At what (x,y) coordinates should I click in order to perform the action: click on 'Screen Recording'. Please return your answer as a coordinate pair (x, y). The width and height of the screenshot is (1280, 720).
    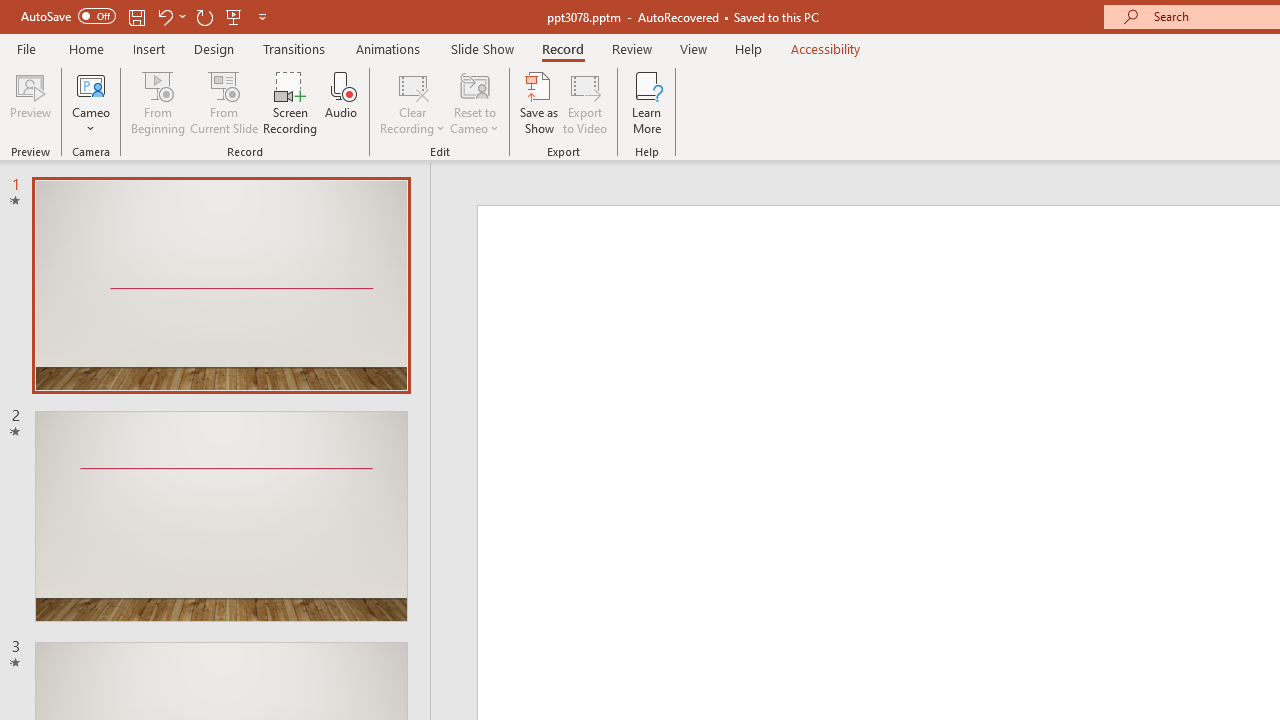
    Looking at the image, I should click on (289, 103).